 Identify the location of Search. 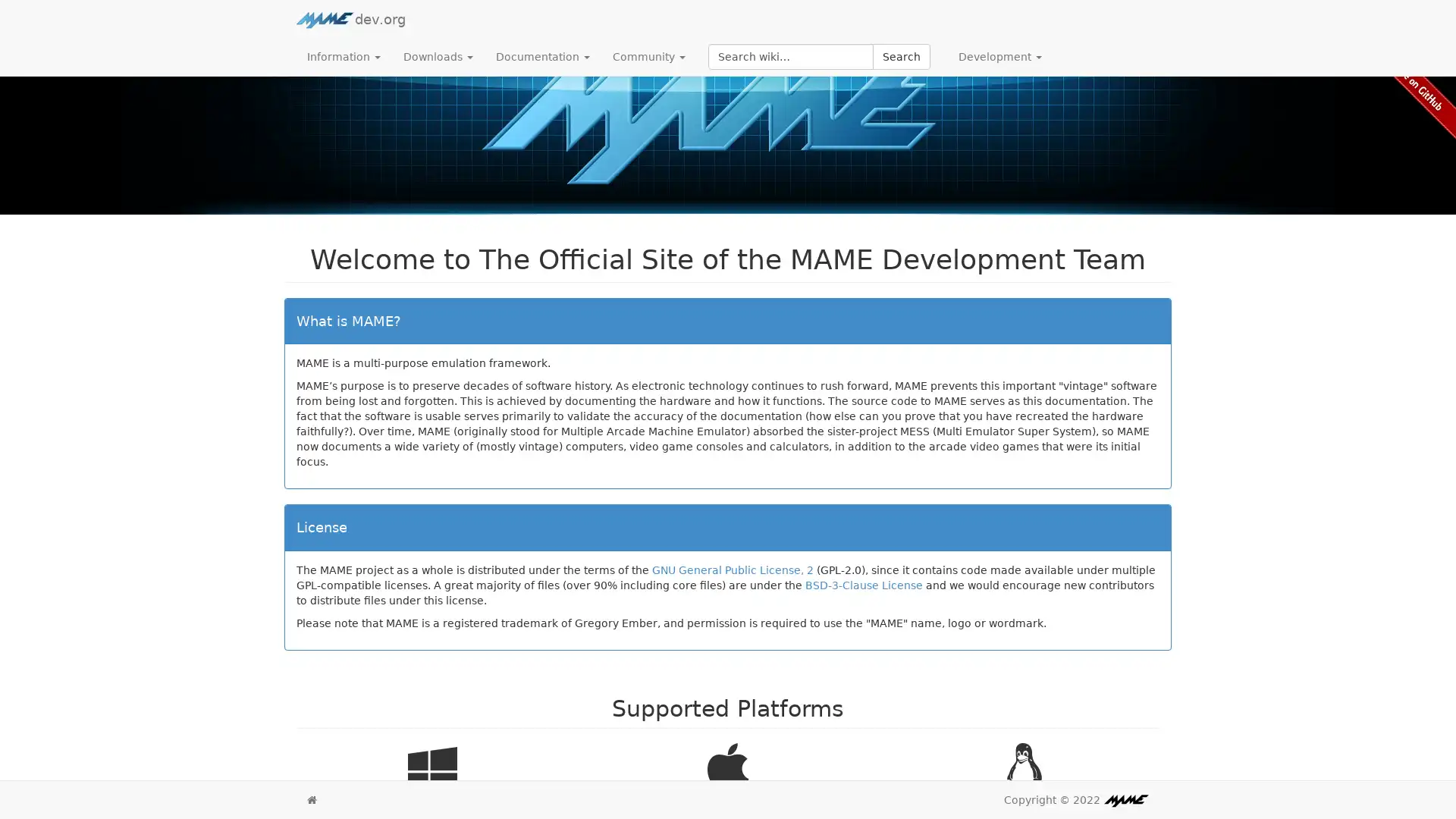
(902, 55).